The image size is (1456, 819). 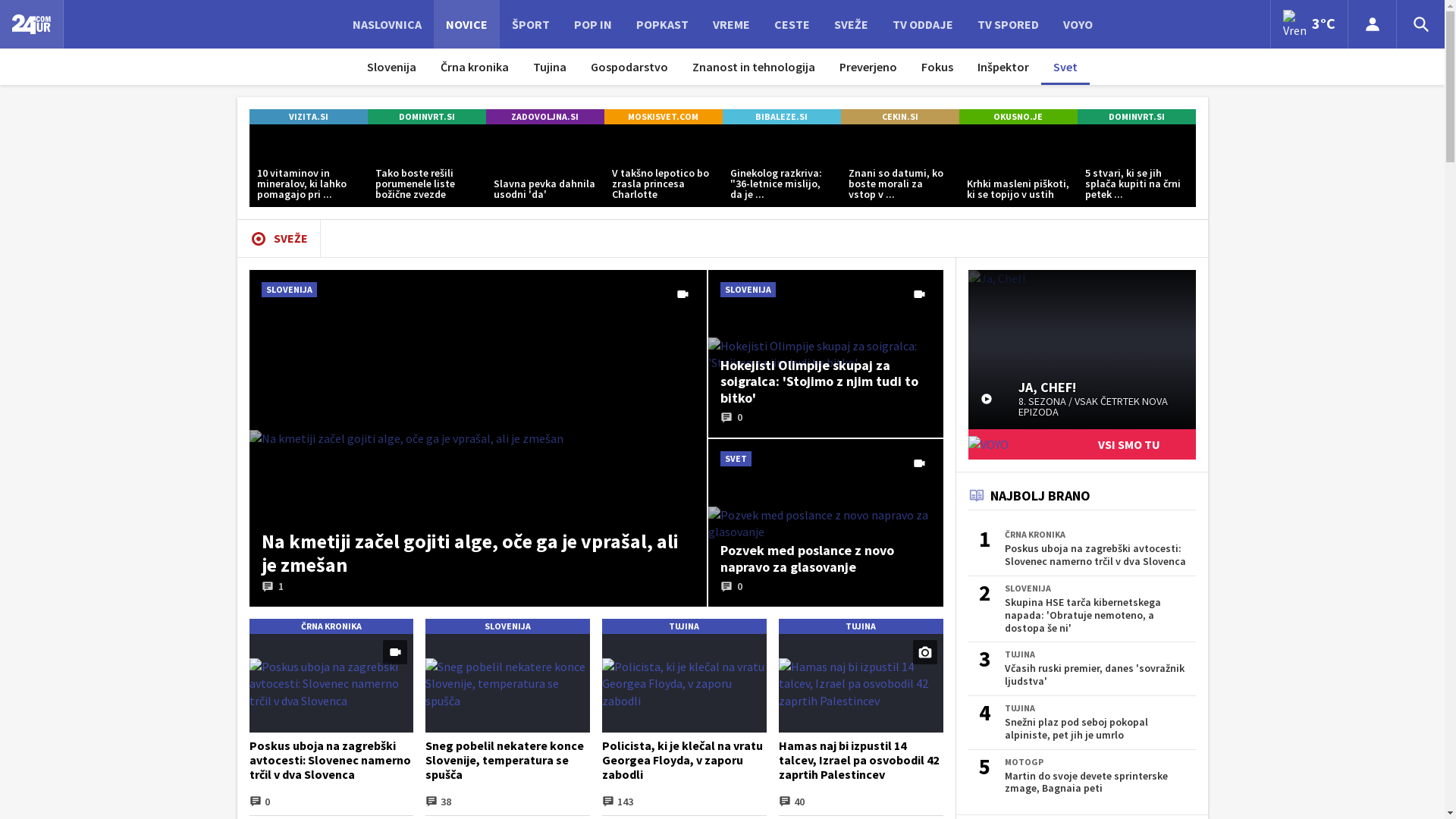 I want to click on 'POP IN', so click(x=591, y=24).